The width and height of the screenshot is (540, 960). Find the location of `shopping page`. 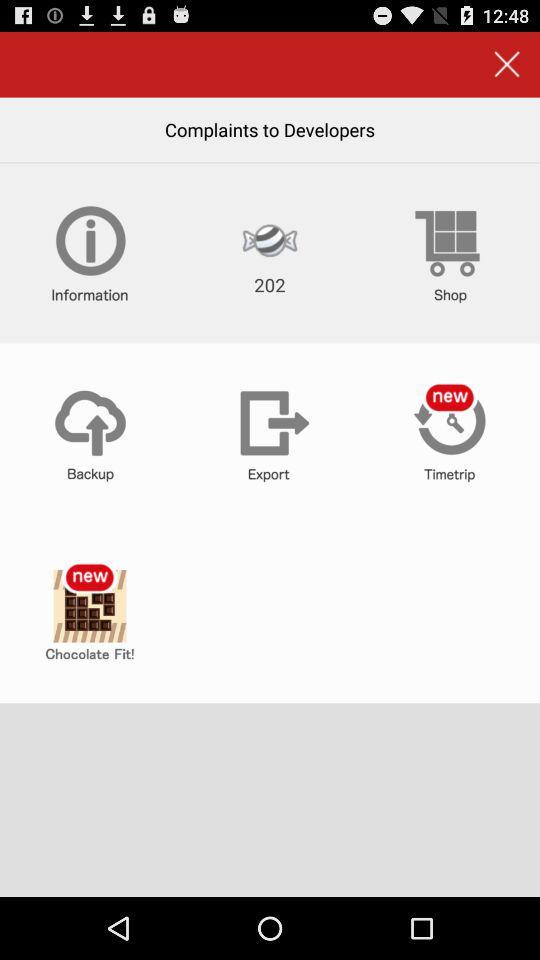

shopping page is located at coordinates (449, 252).